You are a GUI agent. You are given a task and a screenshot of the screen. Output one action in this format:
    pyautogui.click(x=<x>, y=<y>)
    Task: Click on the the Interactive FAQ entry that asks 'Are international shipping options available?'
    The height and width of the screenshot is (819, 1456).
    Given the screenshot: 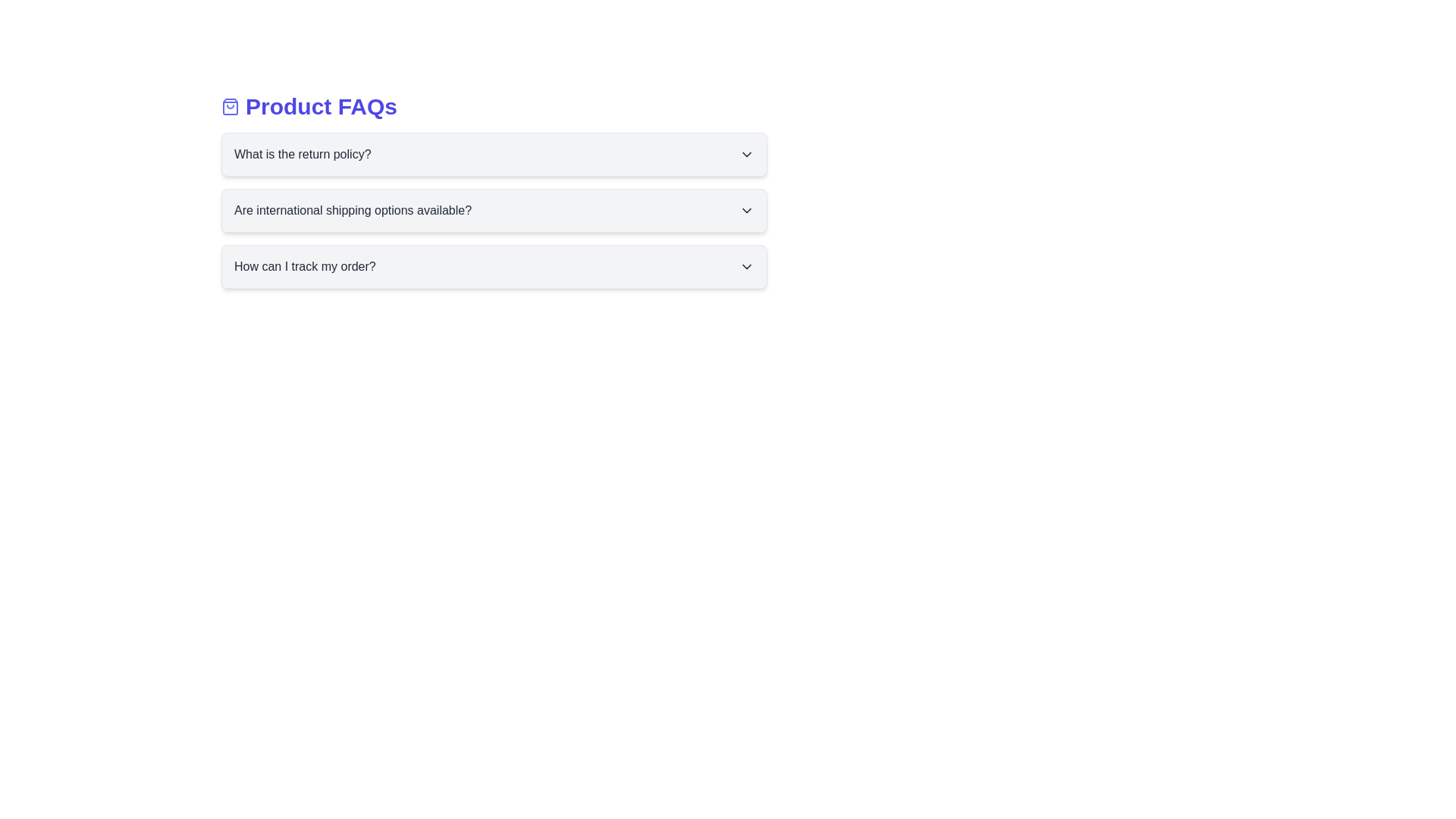 What is the action you would take?
    pyautogui.click(x=494, y=190)
    